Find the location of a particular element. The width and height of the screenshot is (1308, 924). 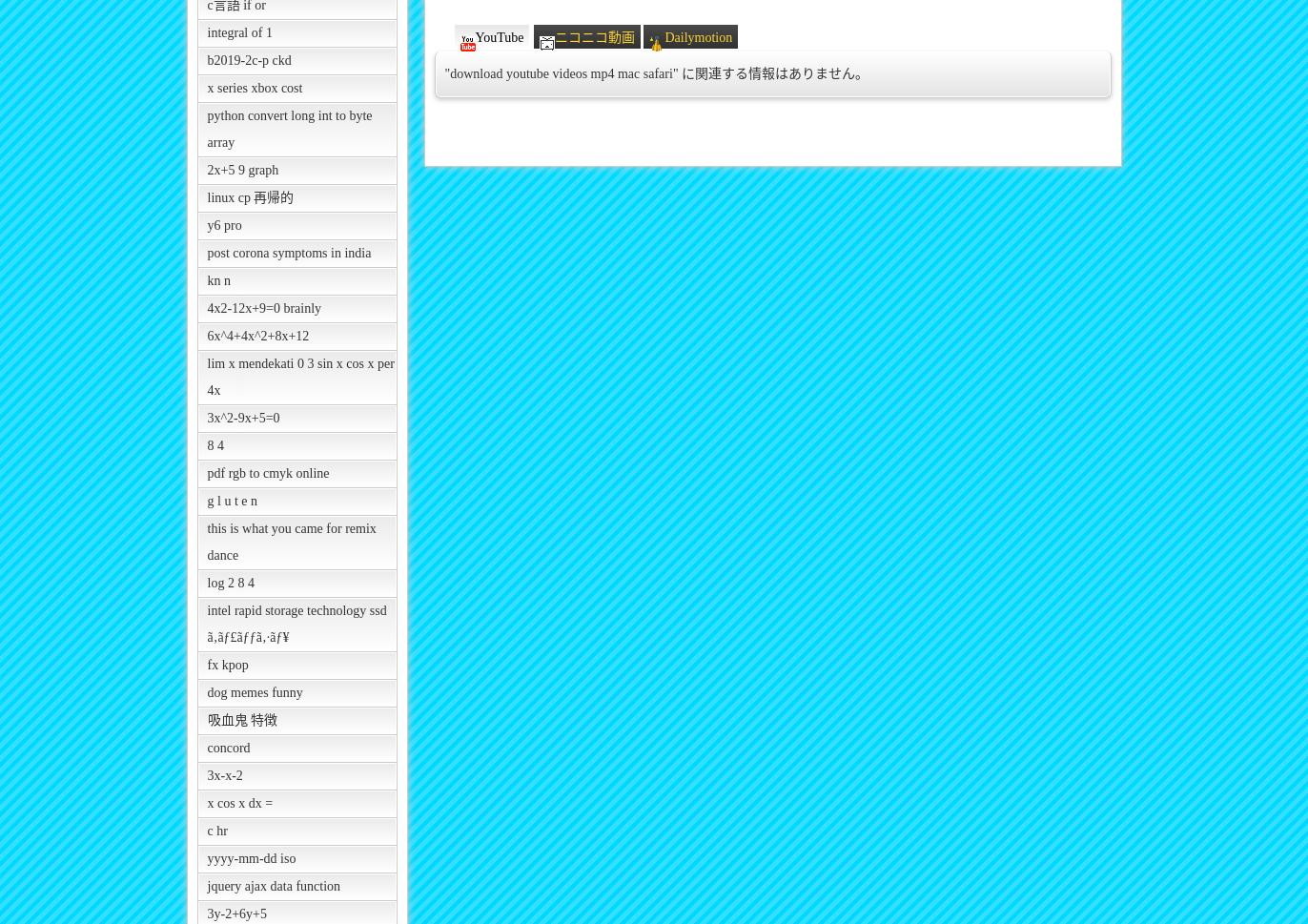

'c hr' is located at coordinates (216, 830).